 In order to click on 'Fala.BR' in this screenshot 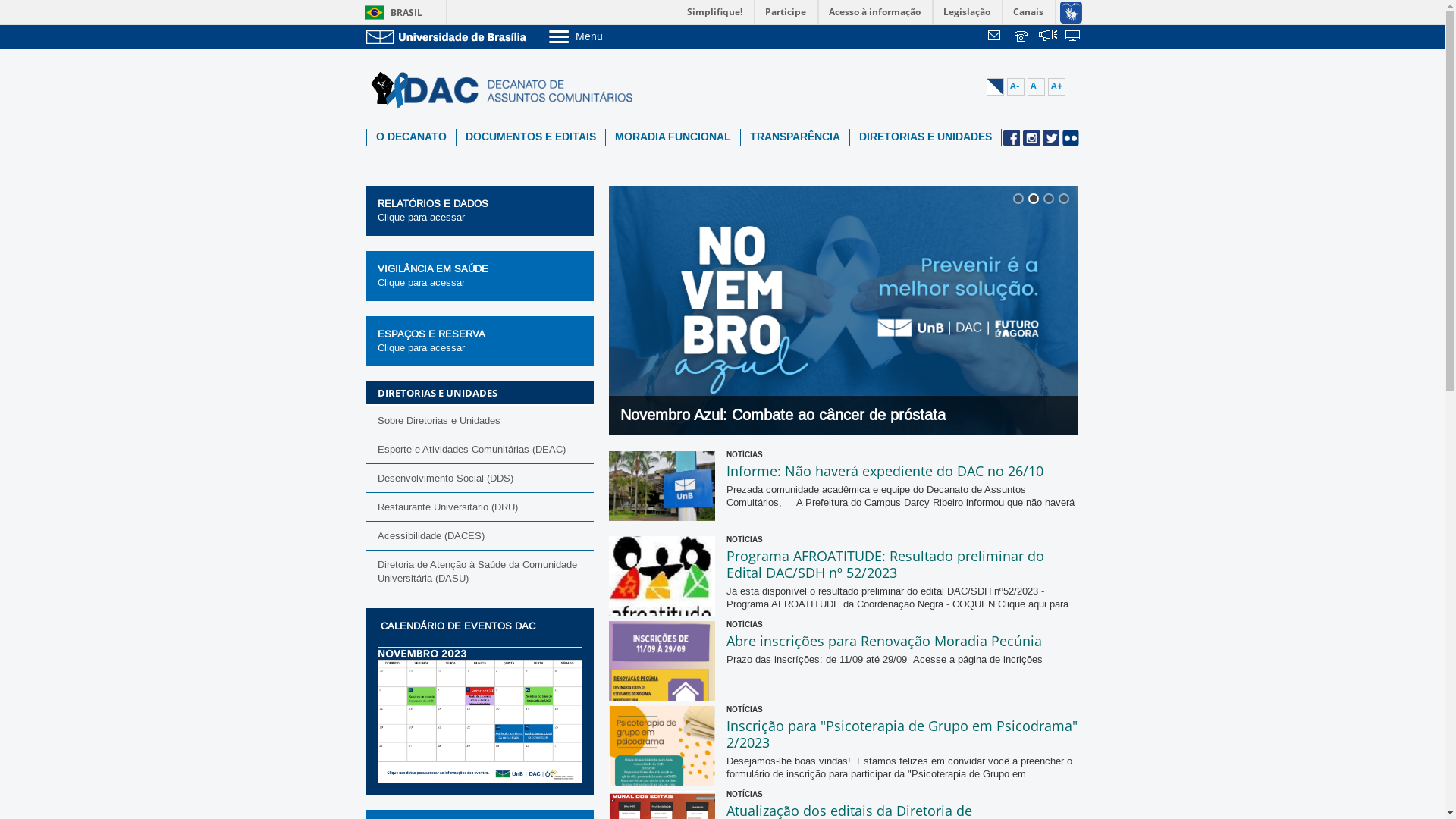, I will do `click(1047, 36)`.